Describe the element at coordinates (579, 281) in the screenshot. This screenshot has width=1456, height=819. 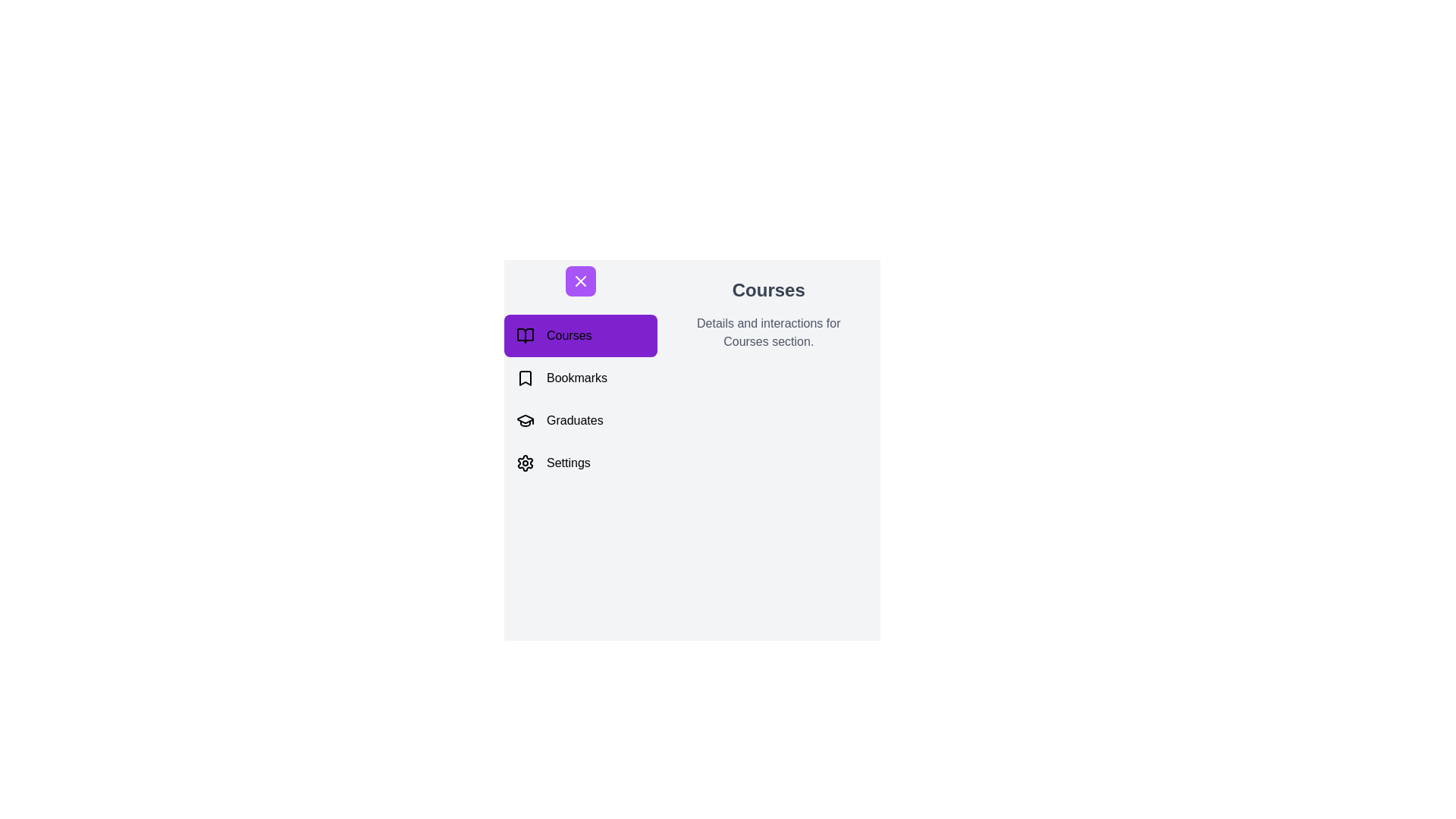
I see `the toggle button to open or close the drawer` at that location.